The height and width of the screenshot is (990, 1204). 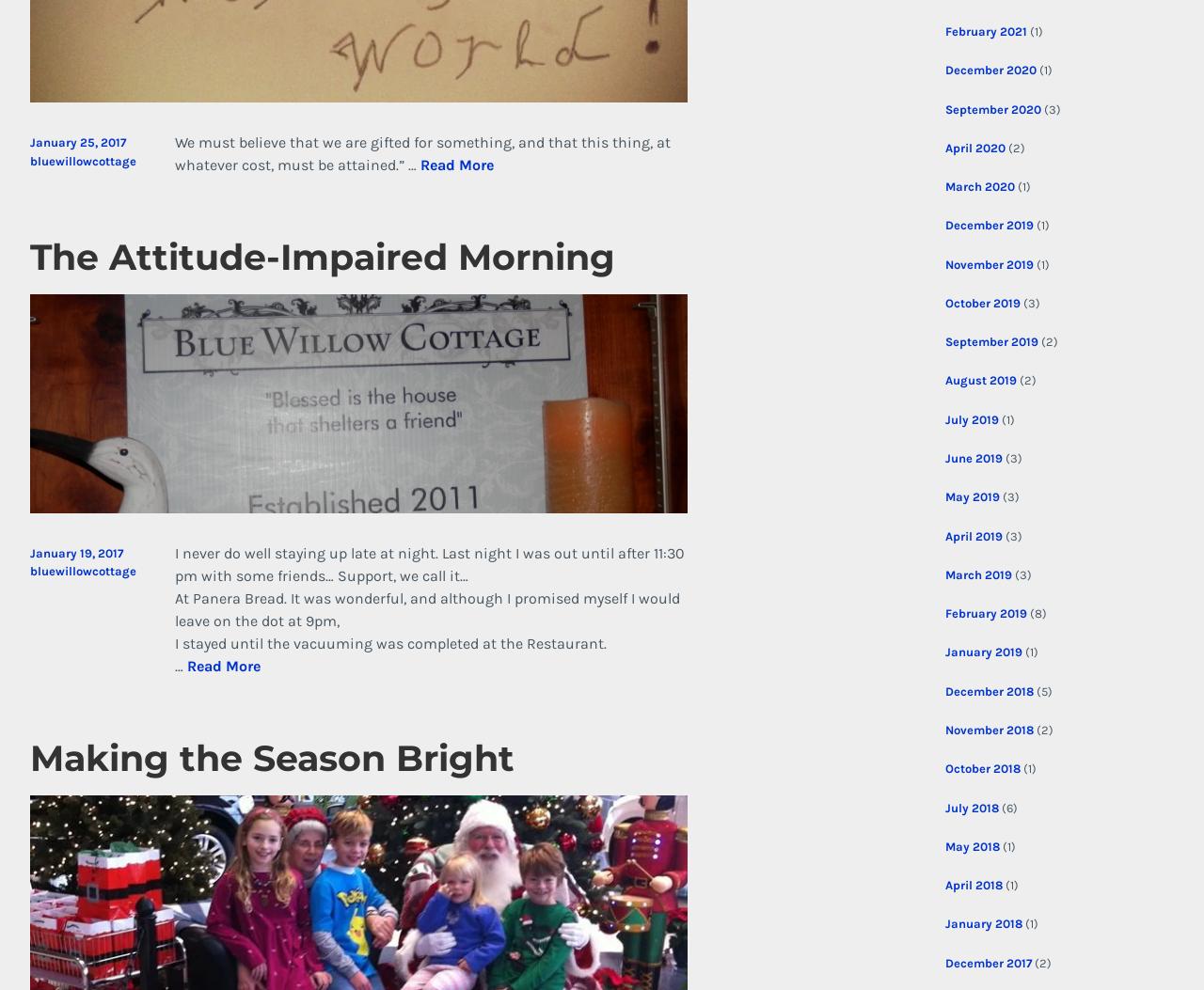 I want to click on 'February 2021', so click(x=984, y=30).